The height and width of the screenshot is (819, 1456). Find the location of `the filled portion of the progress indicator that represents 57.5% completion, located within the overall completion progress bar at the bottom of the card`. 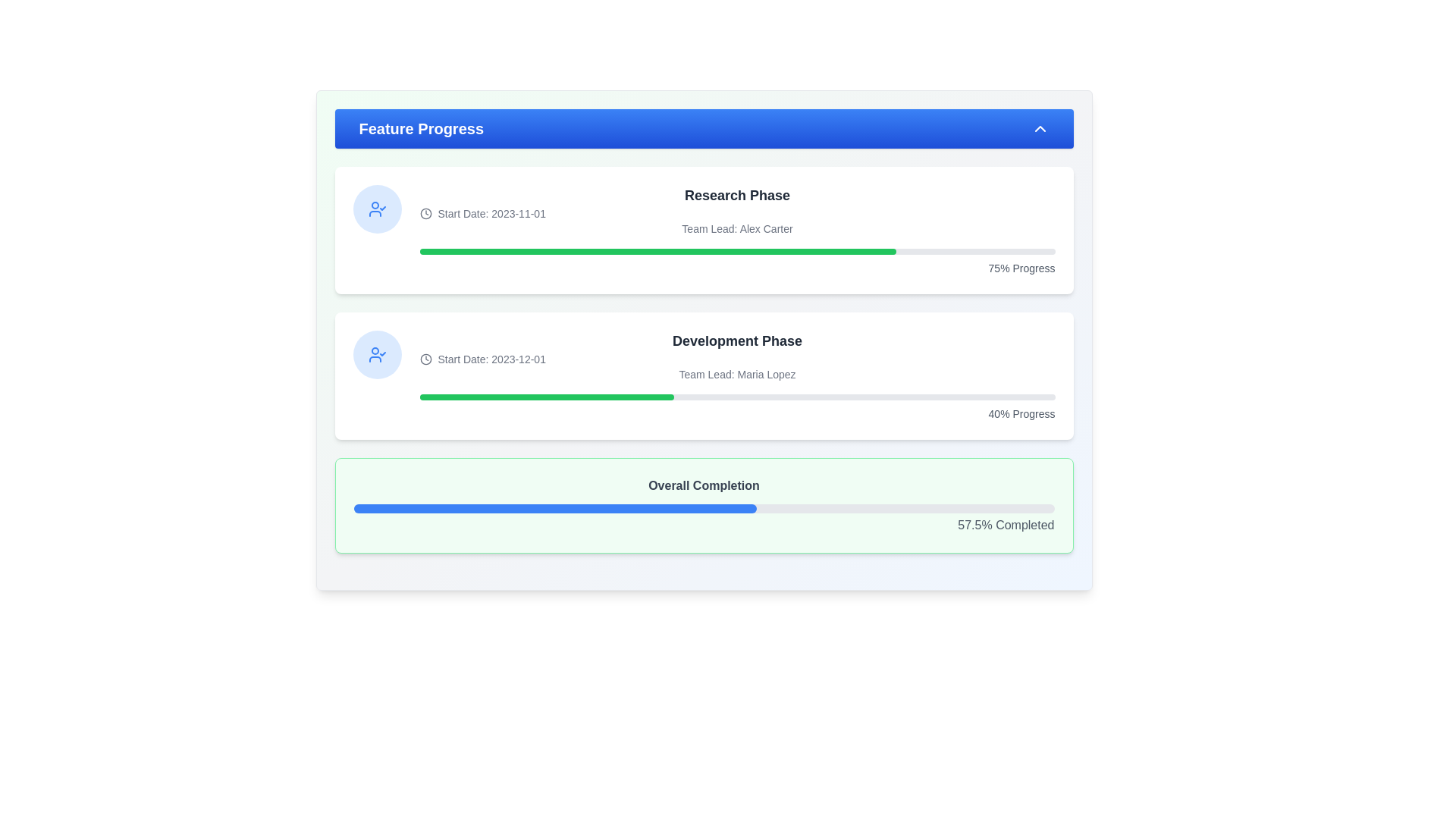

the filled portion of the progress indicator that represents 57.5% completion, located within the overall completion progress bar at the bottom of the card is located at coordinates (554, 509).